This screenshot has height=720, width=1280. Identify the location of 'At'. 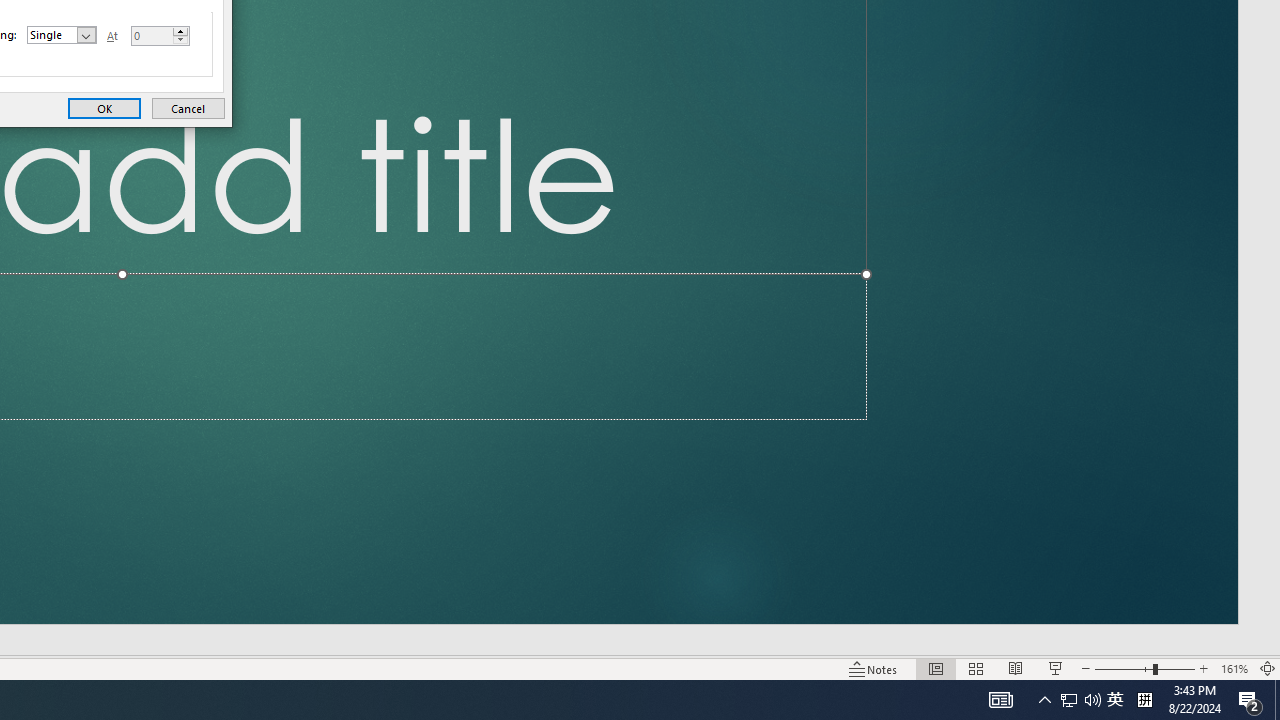
(160, 36).